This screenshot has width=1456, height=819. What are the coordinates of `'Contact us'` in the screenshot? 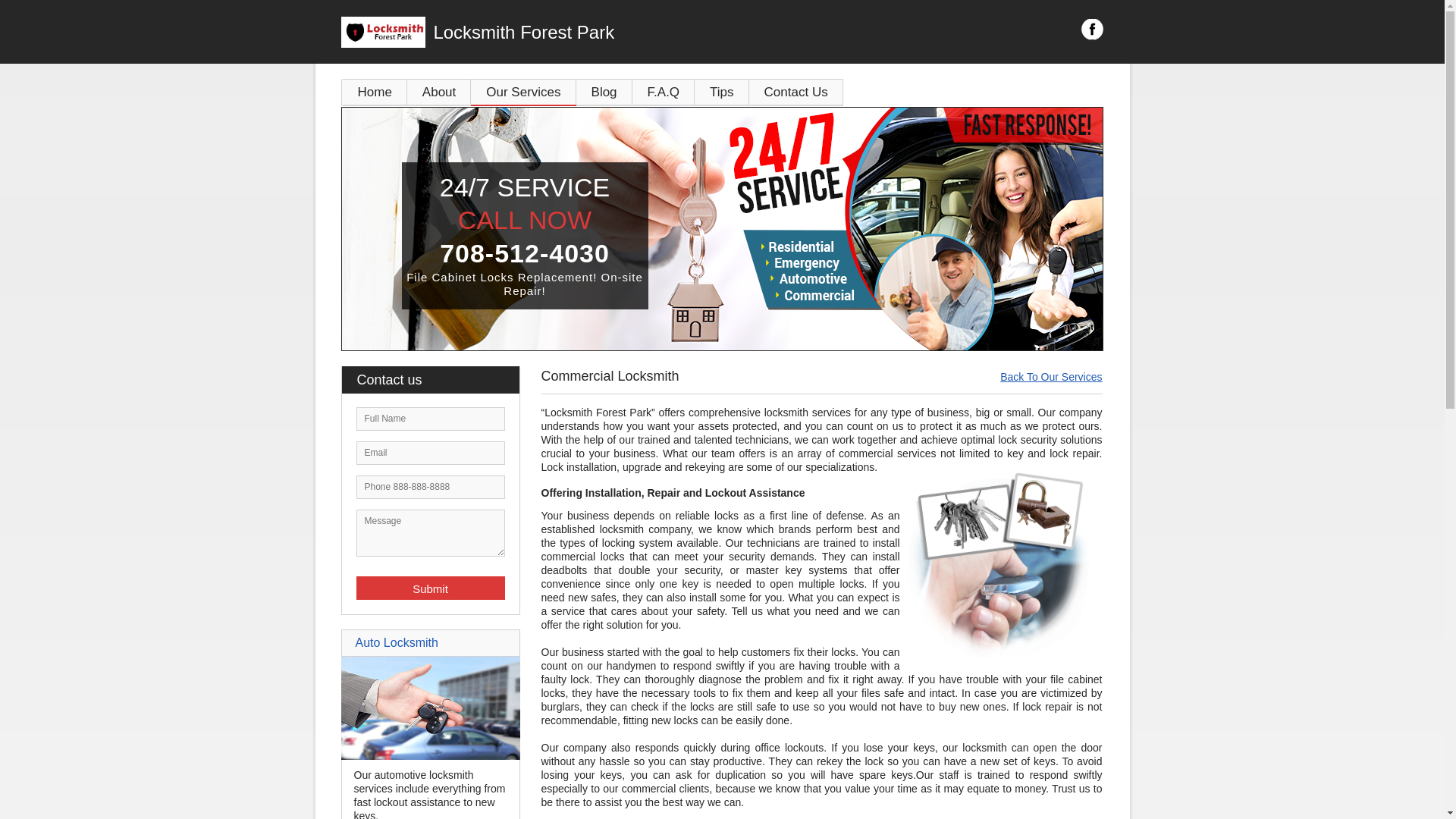 It's located at (436, 379).